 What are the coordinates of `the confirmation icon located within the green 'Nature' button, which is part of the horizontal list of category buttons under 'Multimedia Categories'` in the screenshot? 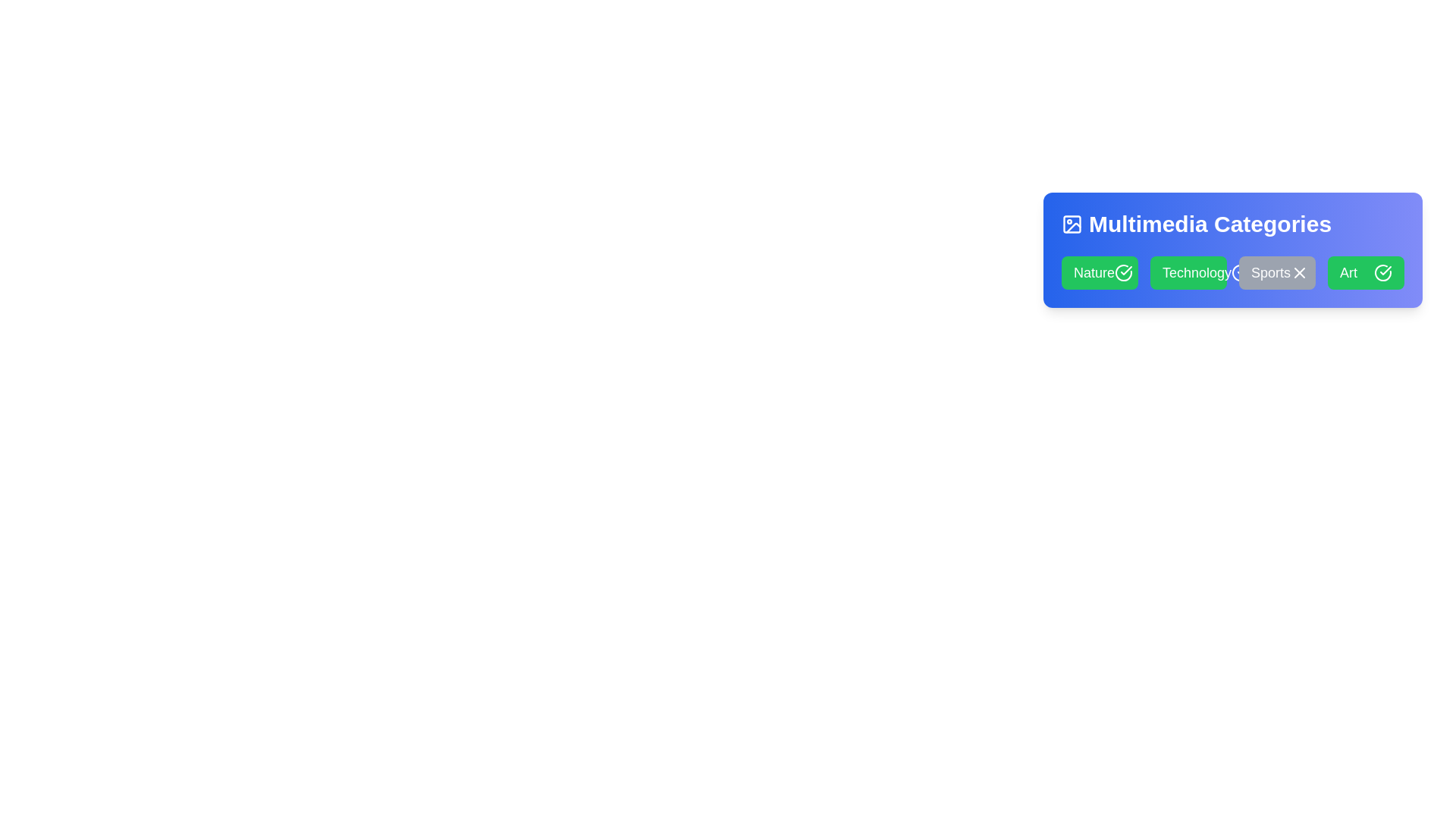 It's located at (1124, 271).